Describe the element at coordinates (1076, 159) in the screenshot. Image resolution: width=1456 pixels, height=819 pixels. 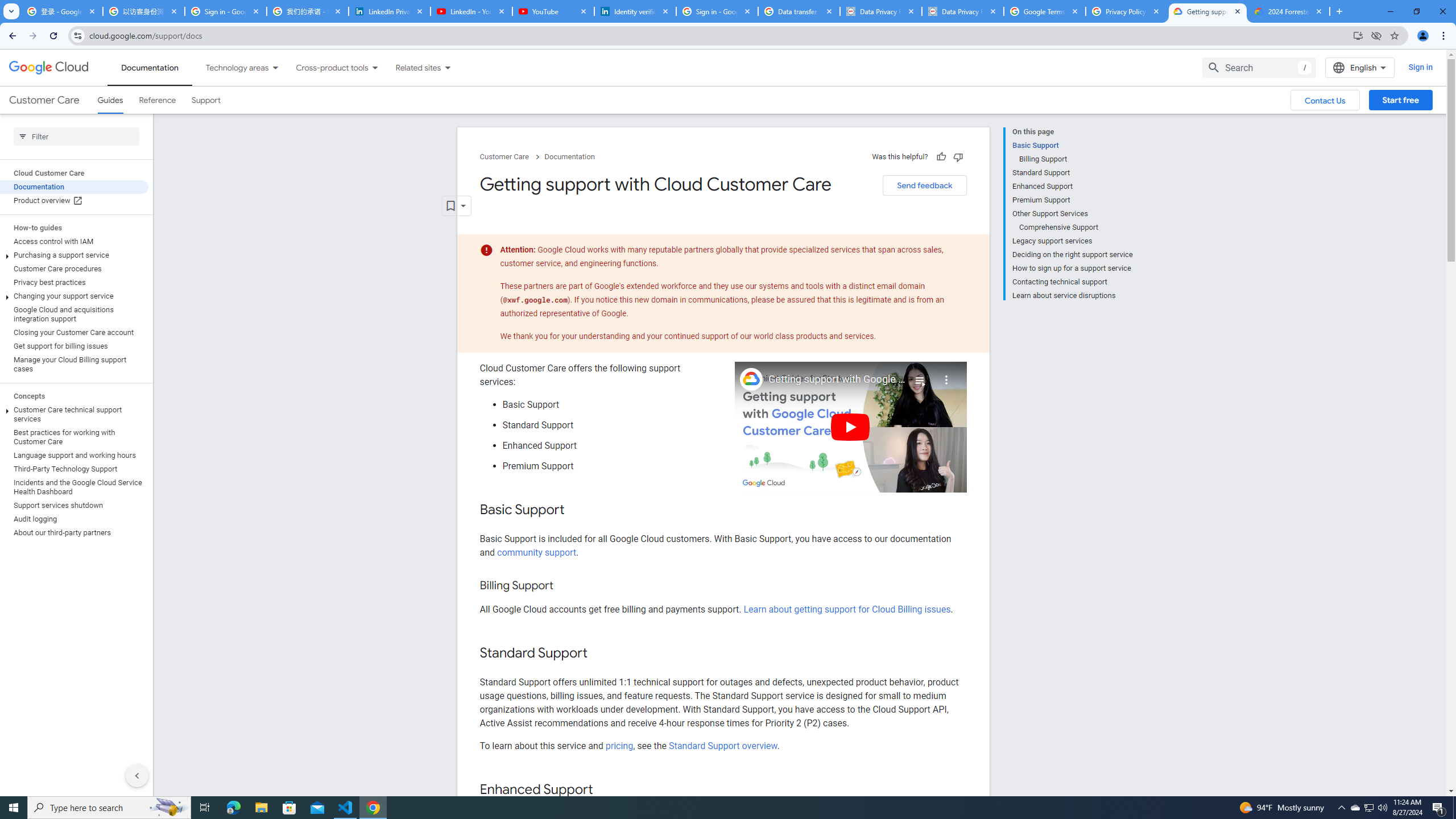
I see `'Billing Support'` at that location.